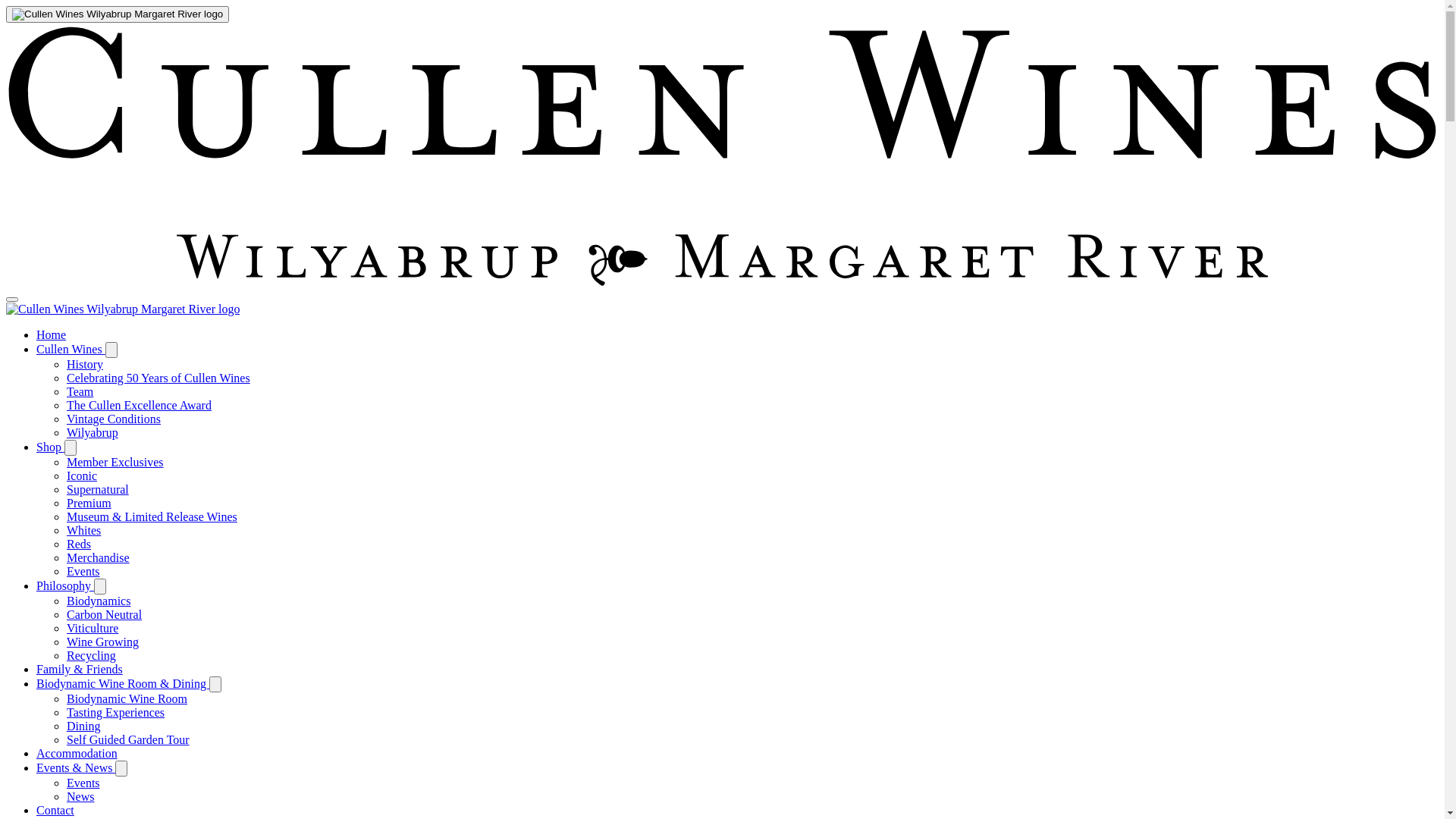 The height and width of the screenshot is (819, 1456). What do you see at coordinates (79, 391) in the screenshot?
I see `'Team'` at bounding box center [79, 391].